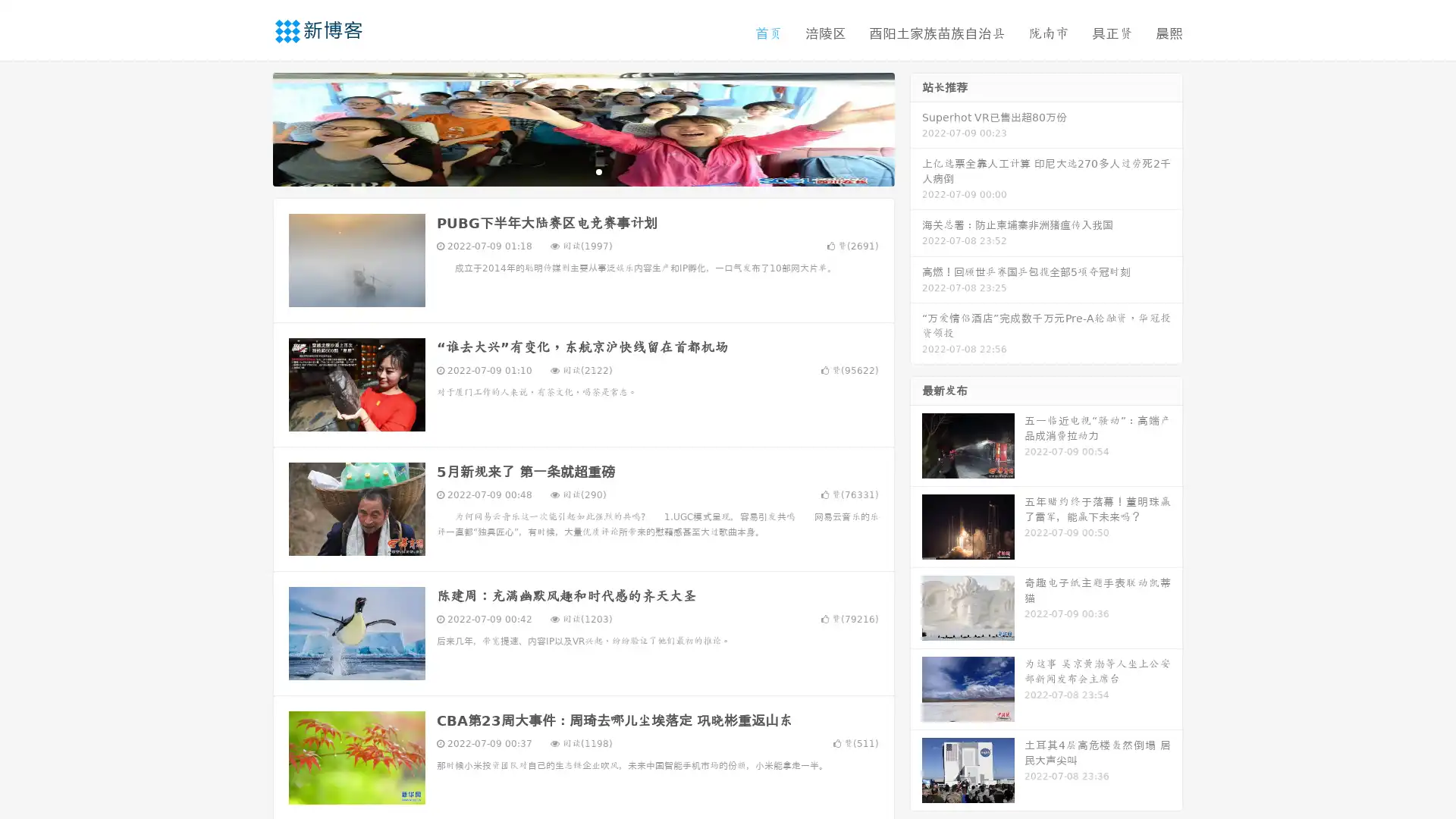 The width and height of the screenshot is (1456, 819). Describe the element at coordinates (916, 127) in the screenshot. I see `Next slide` at that location.